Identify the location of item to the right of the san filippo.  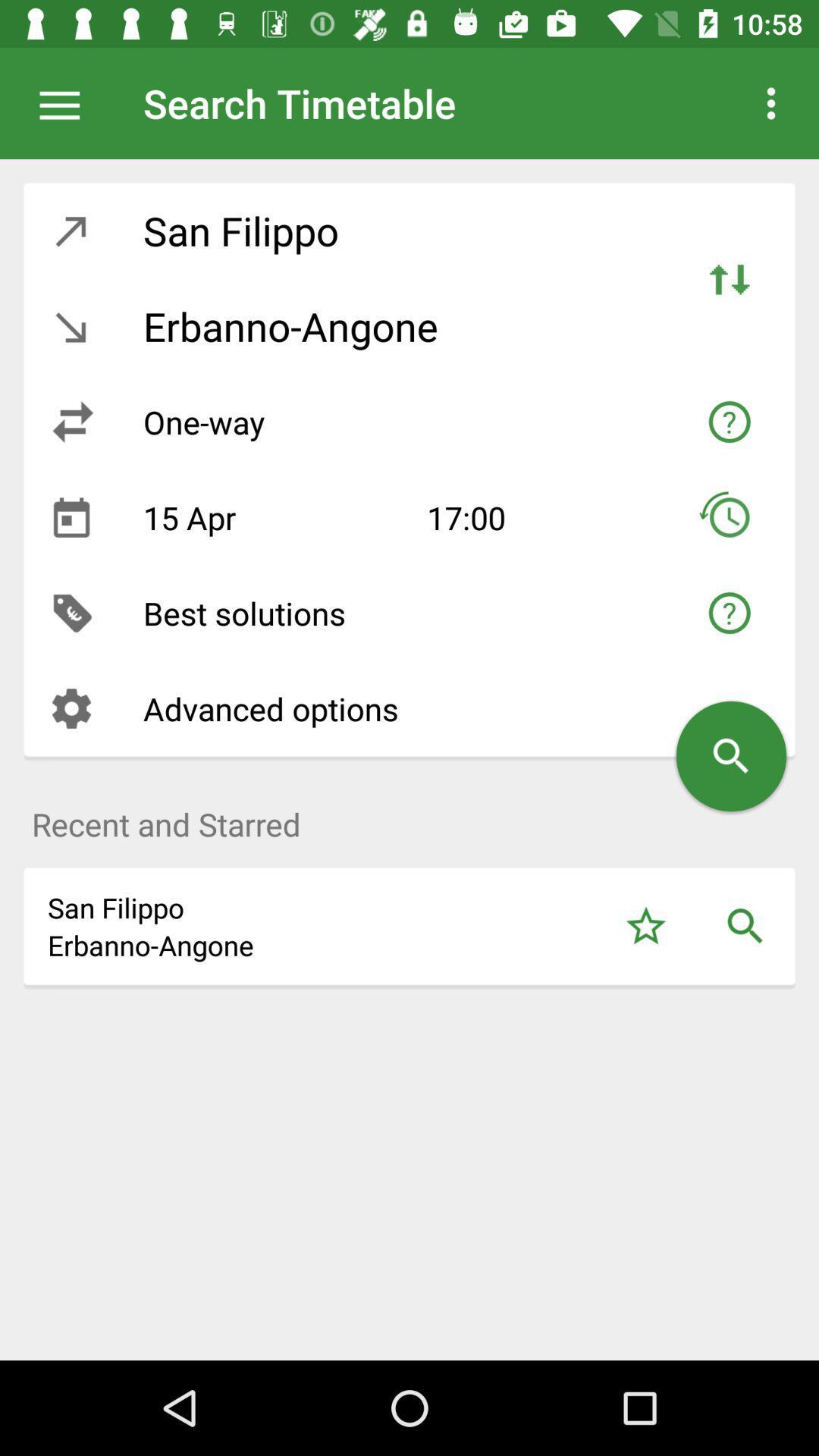
(728, 278).